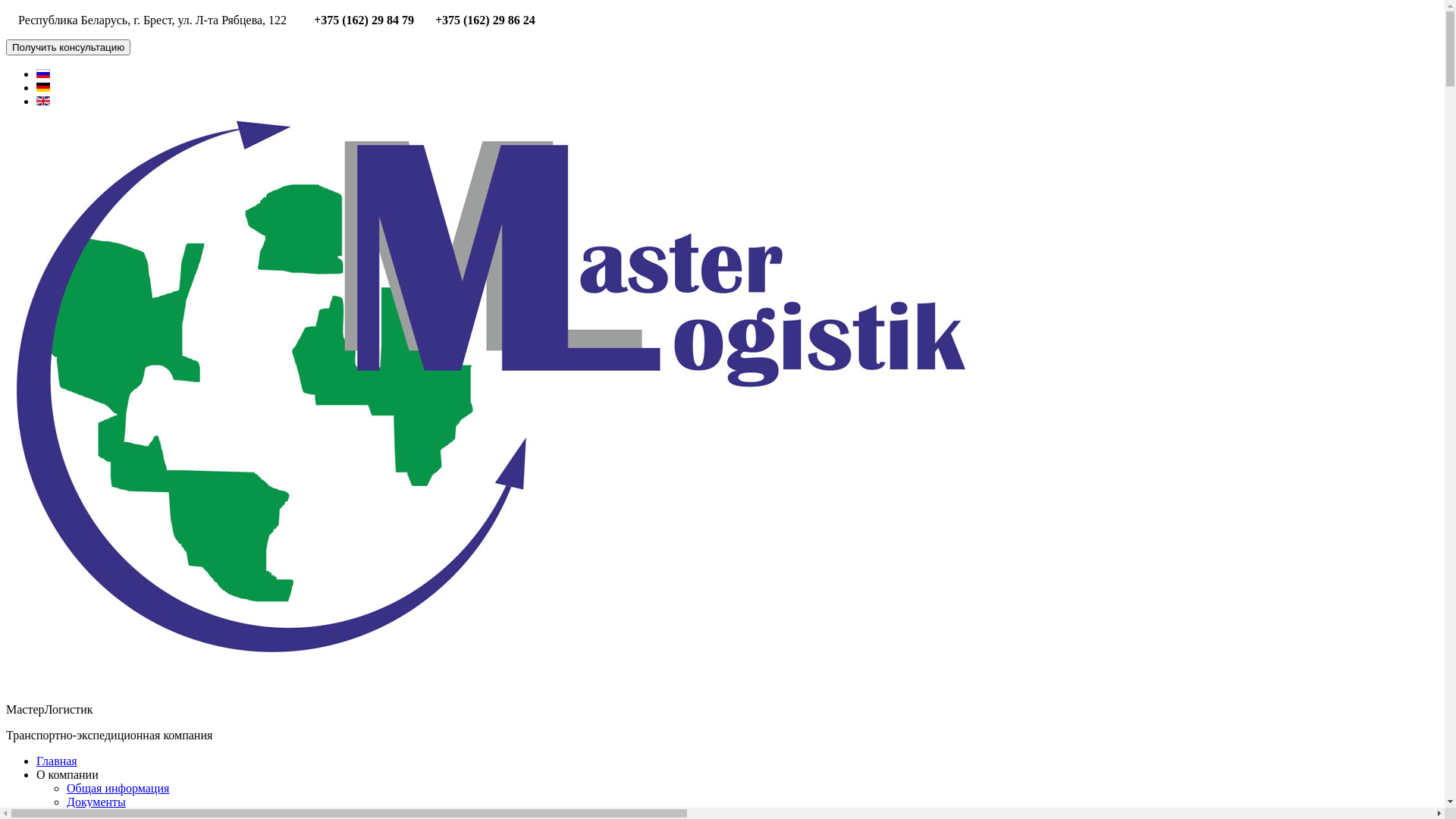 The image size is (1456, 819). What do you see at coordinates (43, 100) in the screenshot?
I see `'English (UK)'` at bounding box center [43, 100].